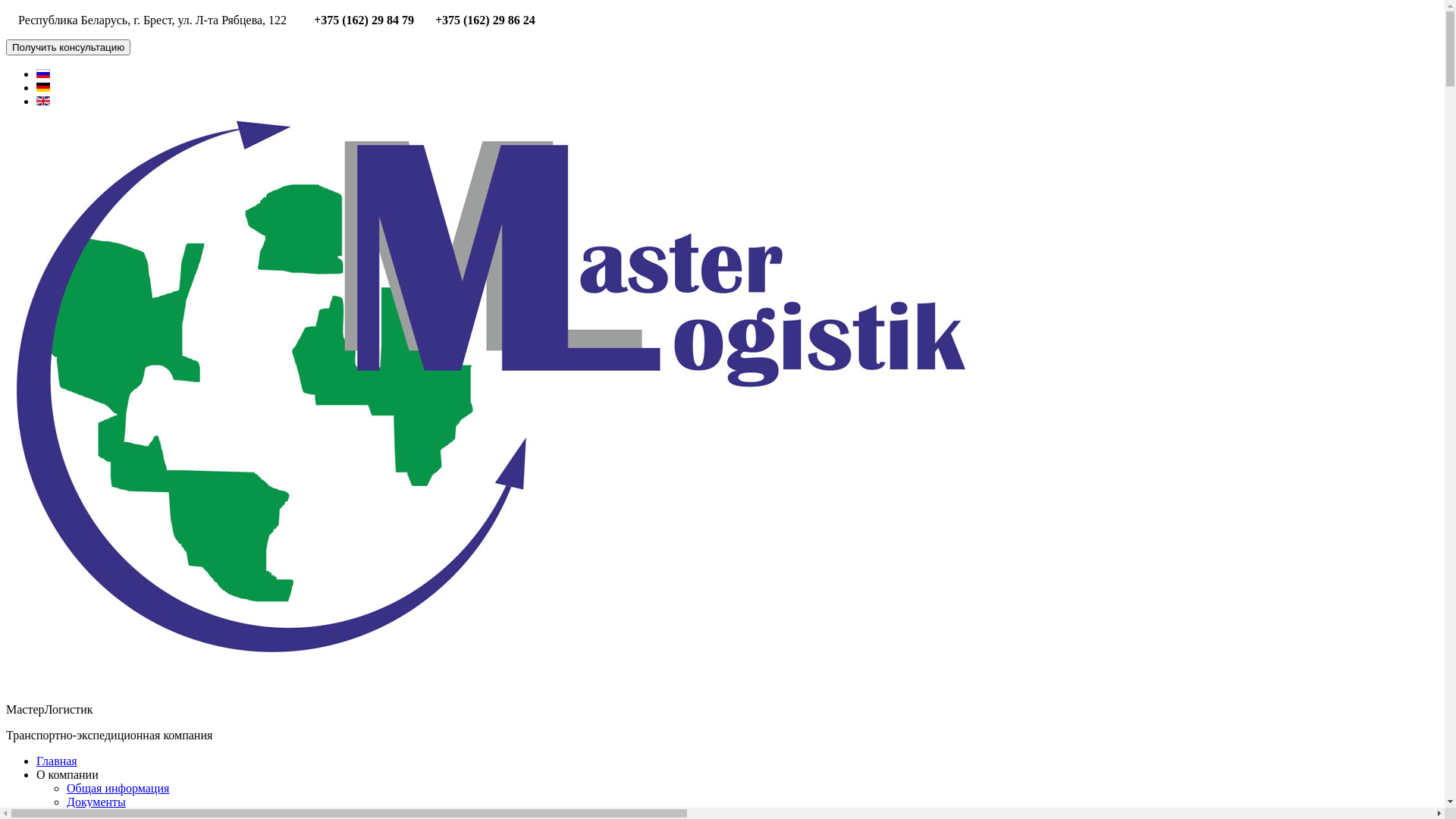 The image size is (1456, 819). What do you see at coordinates (43, 100) in the screenshot?
I see `'English (UK)'` at bounding box center [43, 100].